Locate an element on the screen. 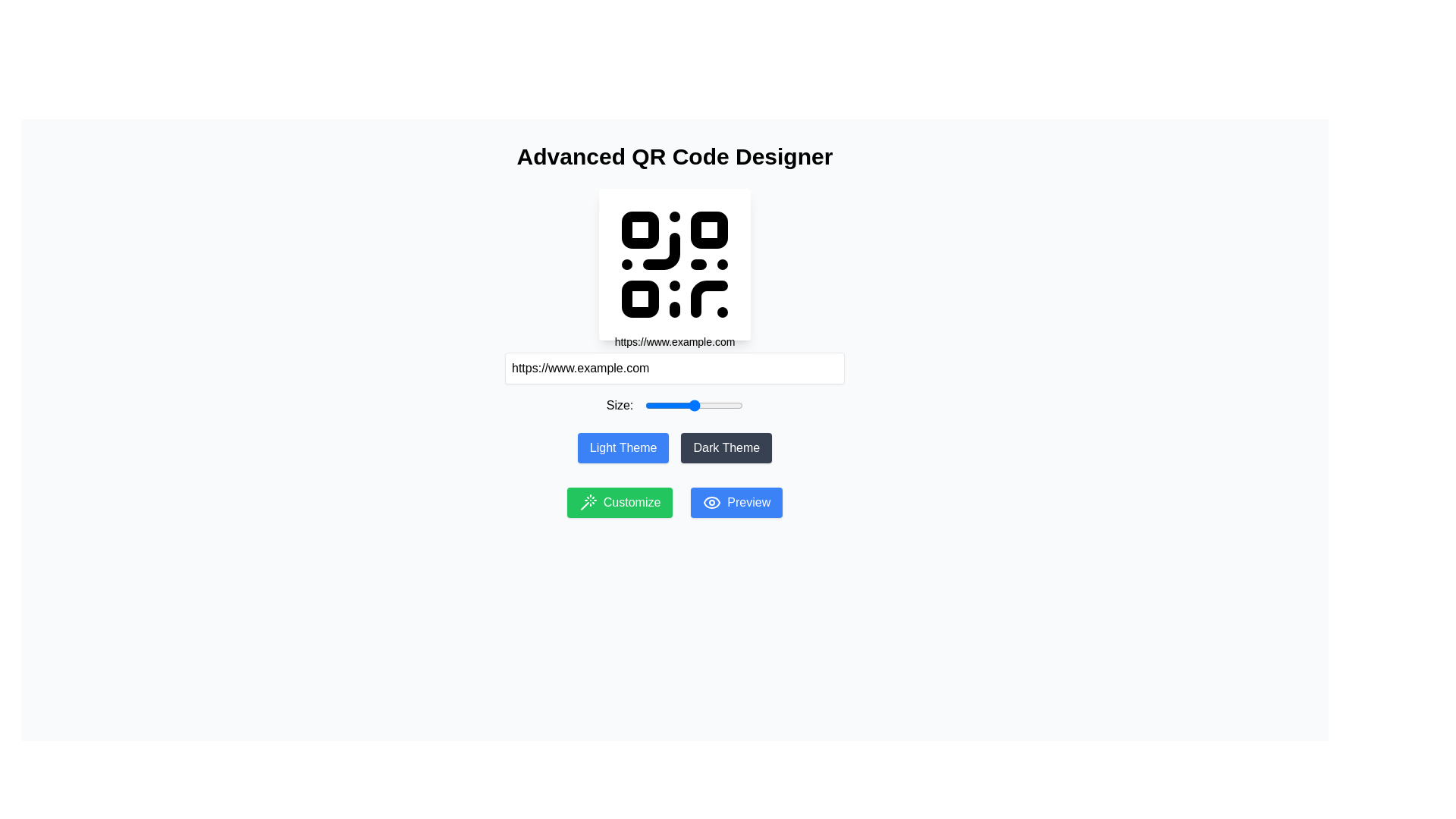 This screenshot has width=1456, height=819. the 'Dark Theme' button, which is a horizontally rectangular button with rounded corners, styled with a dark gray background and white text, located in the lower-central part of the interface is located at coordinates (726, 447).